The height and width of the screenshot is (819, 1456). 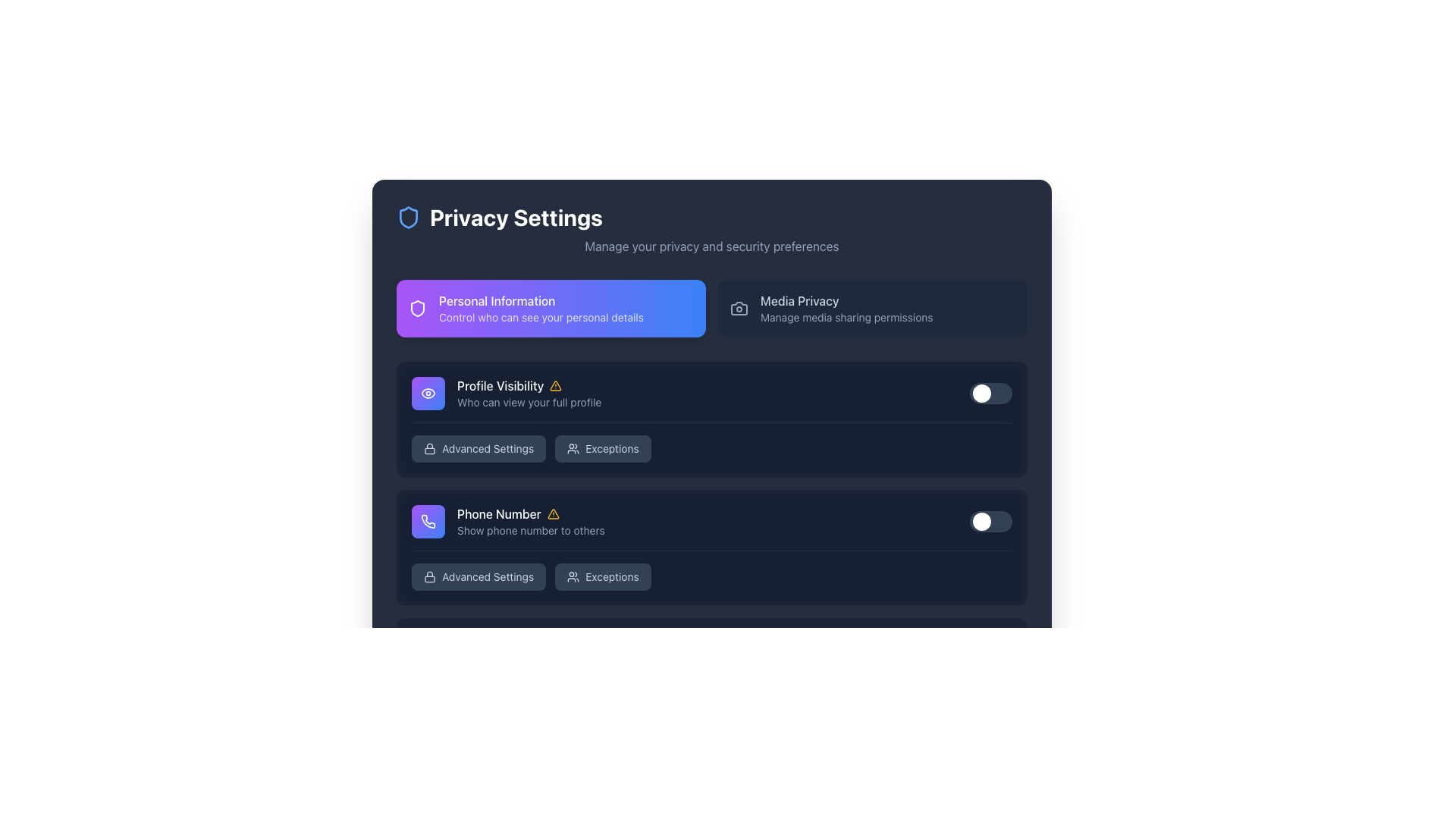 I want to click on the multiple users icon represented as an SVG within the 'Exceptions' button in the 'Profile Visibility' section, so click(x=573, y=447).